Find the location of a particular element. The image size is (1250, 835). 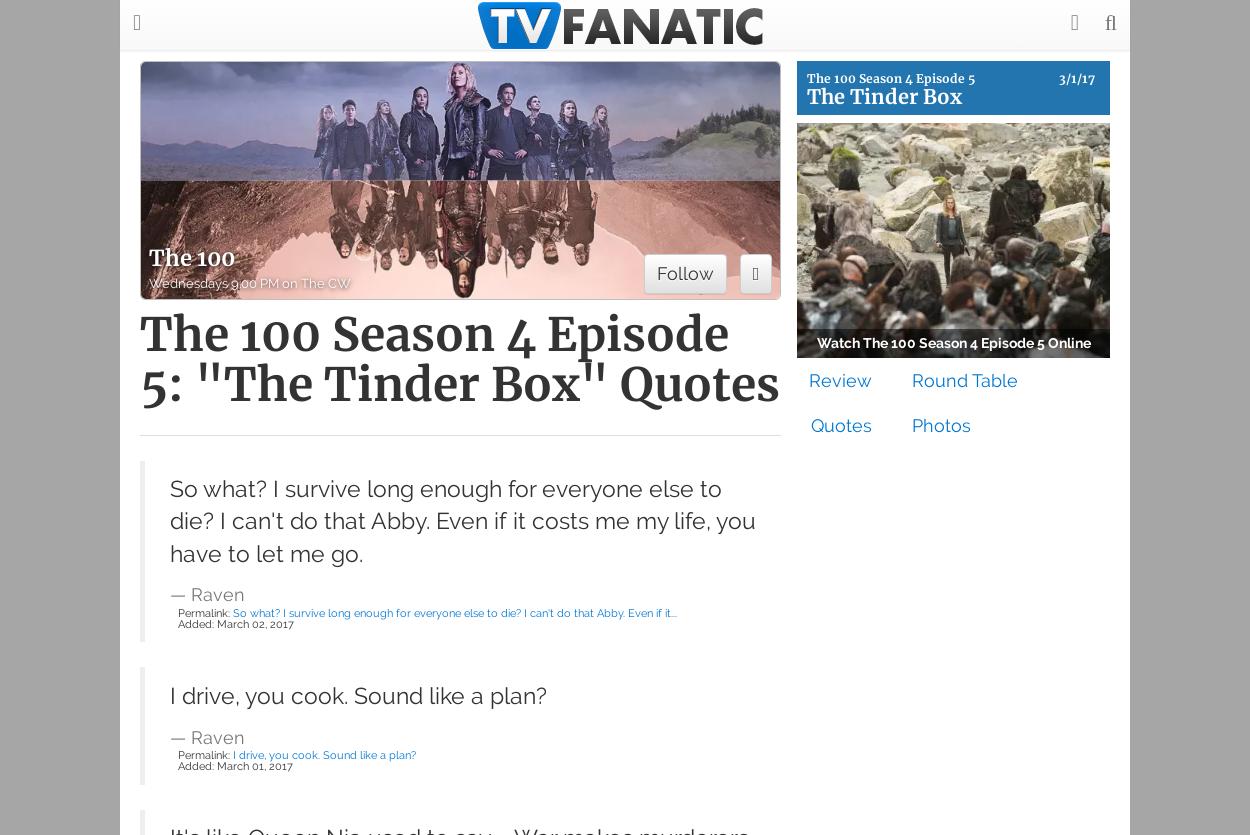

'3/1/17' is located at coordinates (1075, 78).